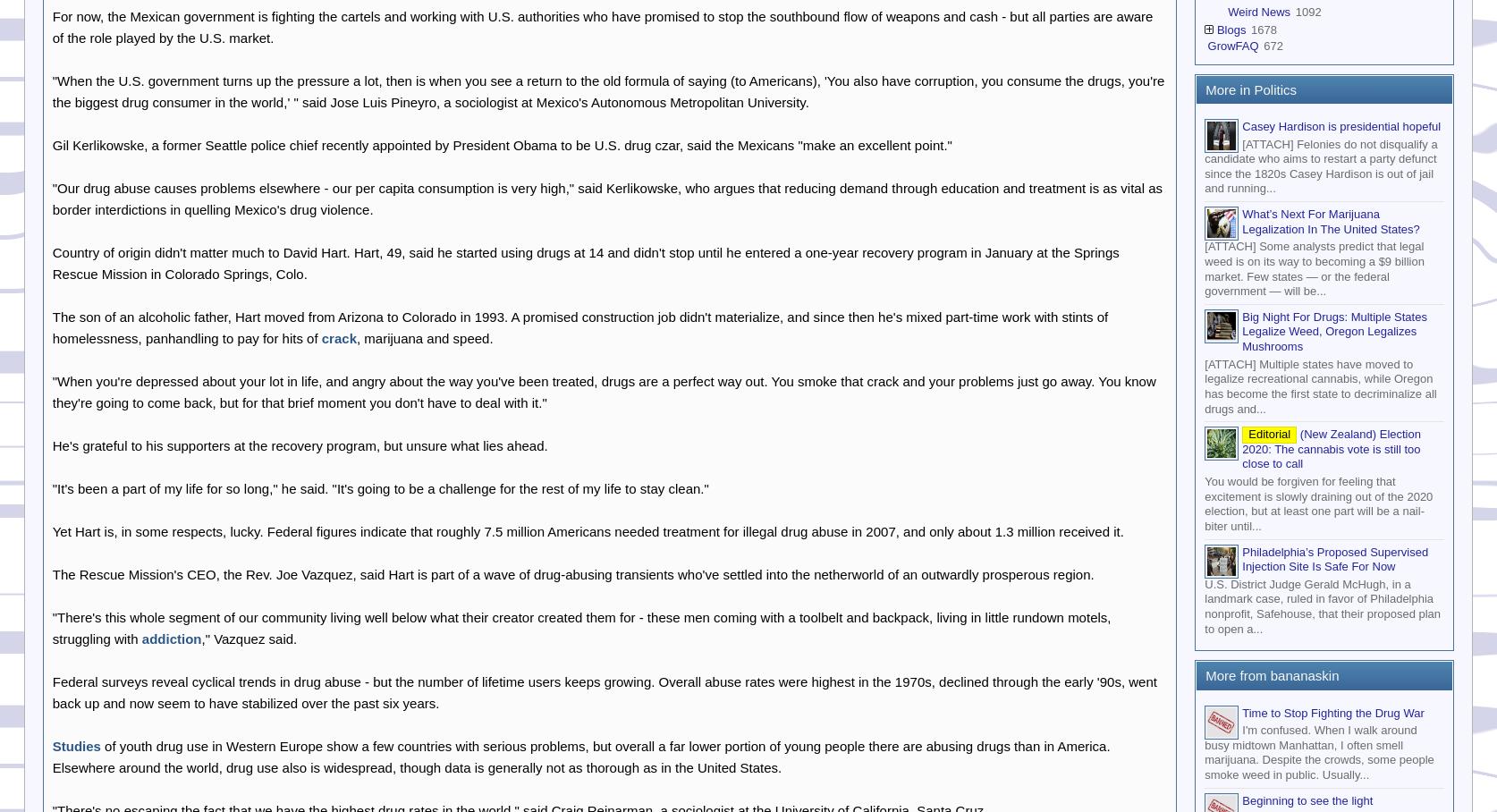  Describe the element at coordinates (579, 326) in the screenshot. I see `'The son of an alcoholic father, Hart moved from Arizona to Colorado in 1993. A promised construction job didn't materialize, and since then he's mixed part-time work with stints of homelessness, panhandling to pay for hits of'` at that location.